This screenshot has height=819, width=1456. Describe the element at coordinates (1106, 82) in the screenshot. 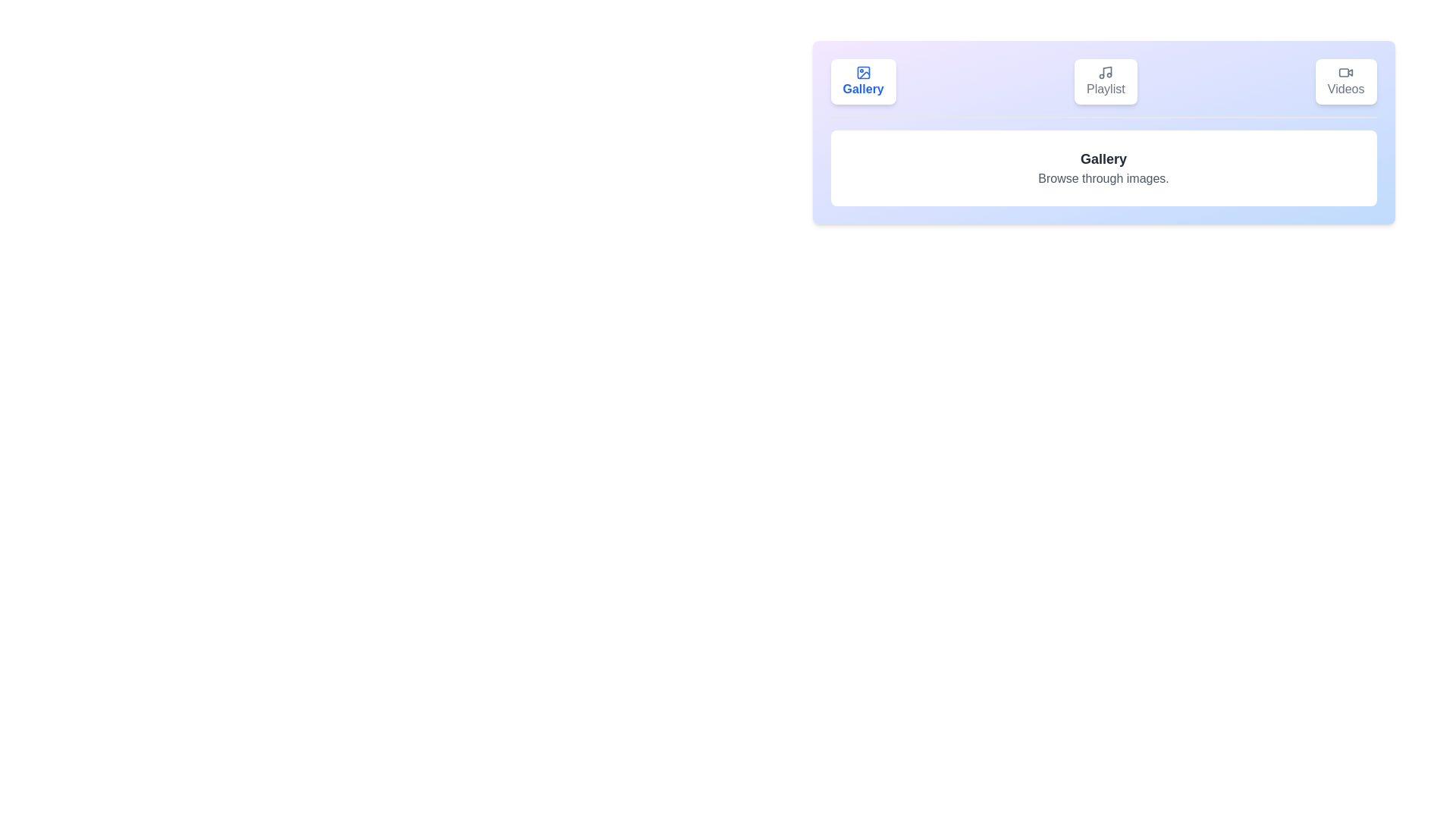

I see `the Playlist button to observe its hover effect` at that location.